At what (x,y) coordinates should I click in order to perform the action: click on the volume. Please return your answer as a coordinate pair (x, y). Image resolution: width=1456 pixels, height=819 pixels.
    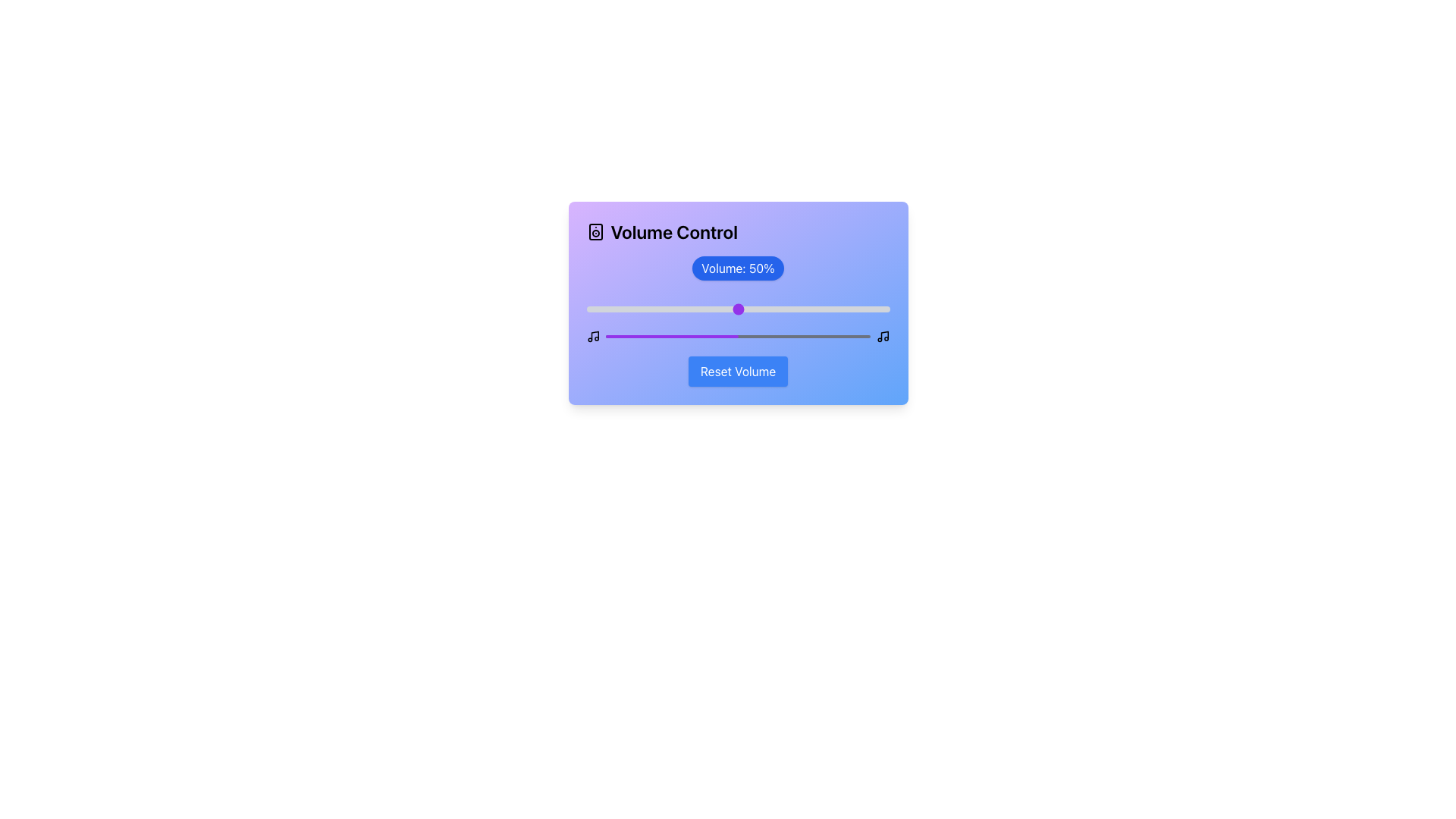
    Looking at the image, I should click on (626, 335).